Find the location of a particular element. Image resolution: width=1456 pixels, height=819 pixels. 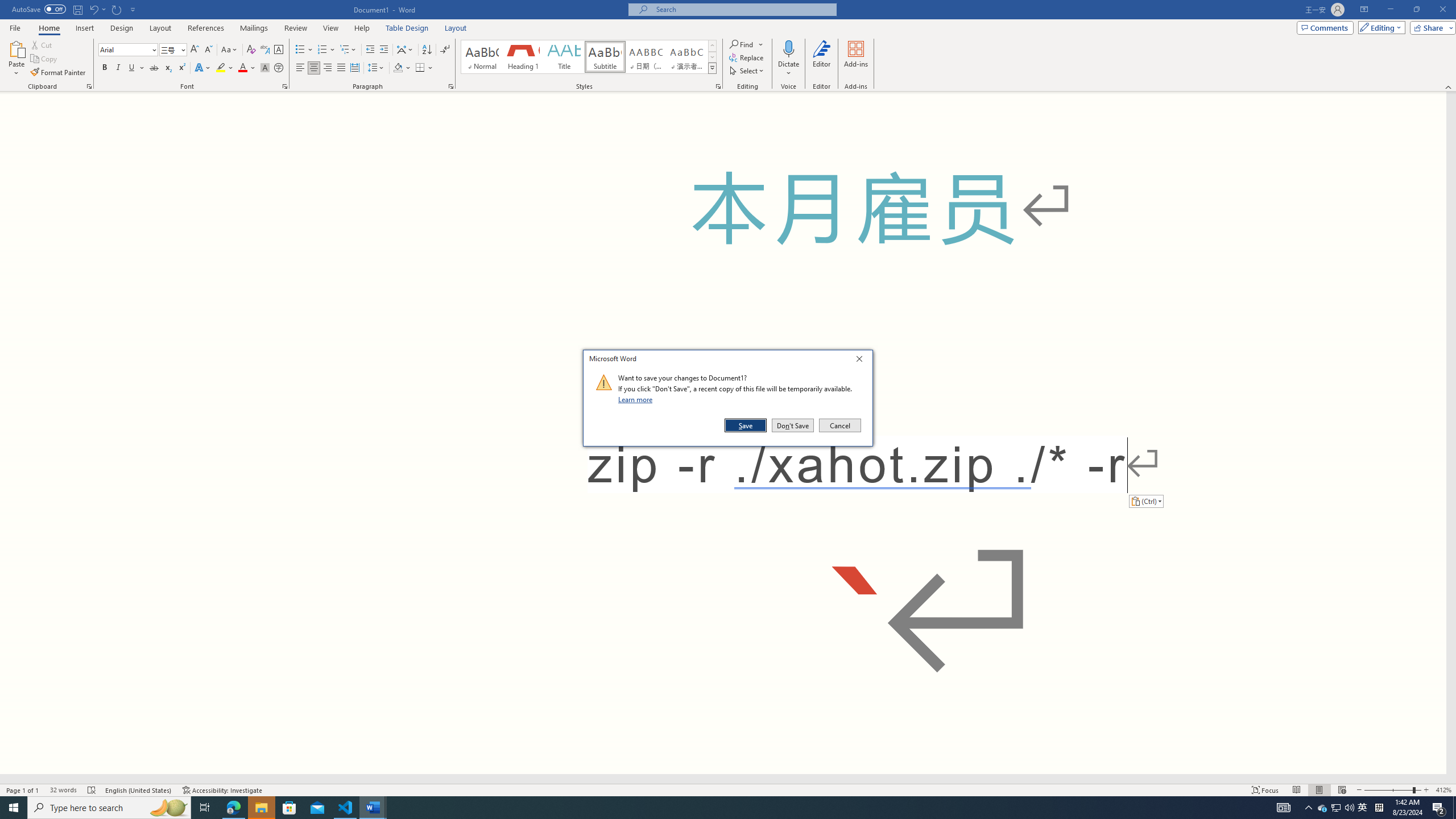

'Mailings' is located at coordinates (253, 28).